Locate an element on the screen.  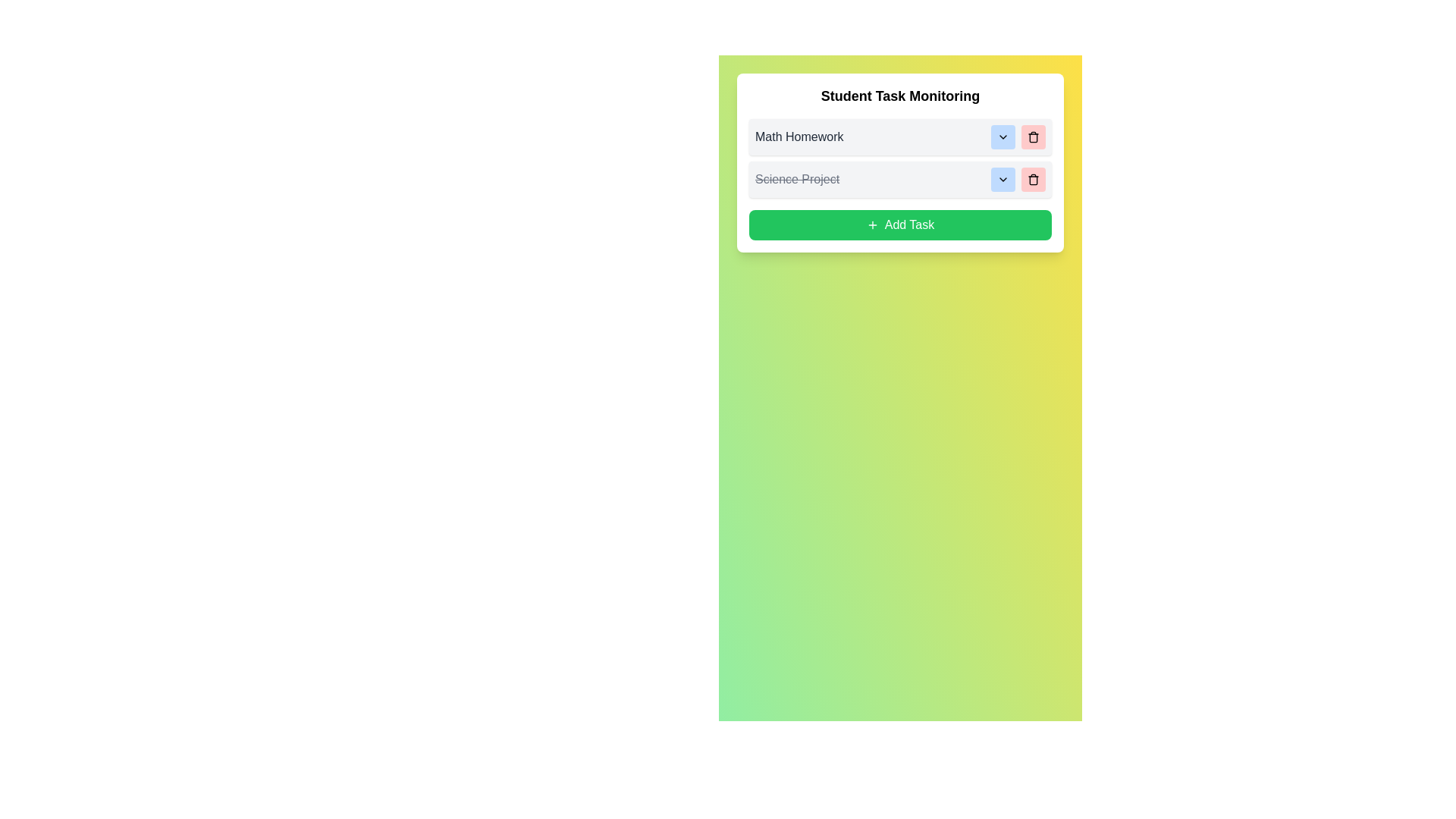
the delete icon button for the 'Science Project' task is located at coordinates (1033, 178).